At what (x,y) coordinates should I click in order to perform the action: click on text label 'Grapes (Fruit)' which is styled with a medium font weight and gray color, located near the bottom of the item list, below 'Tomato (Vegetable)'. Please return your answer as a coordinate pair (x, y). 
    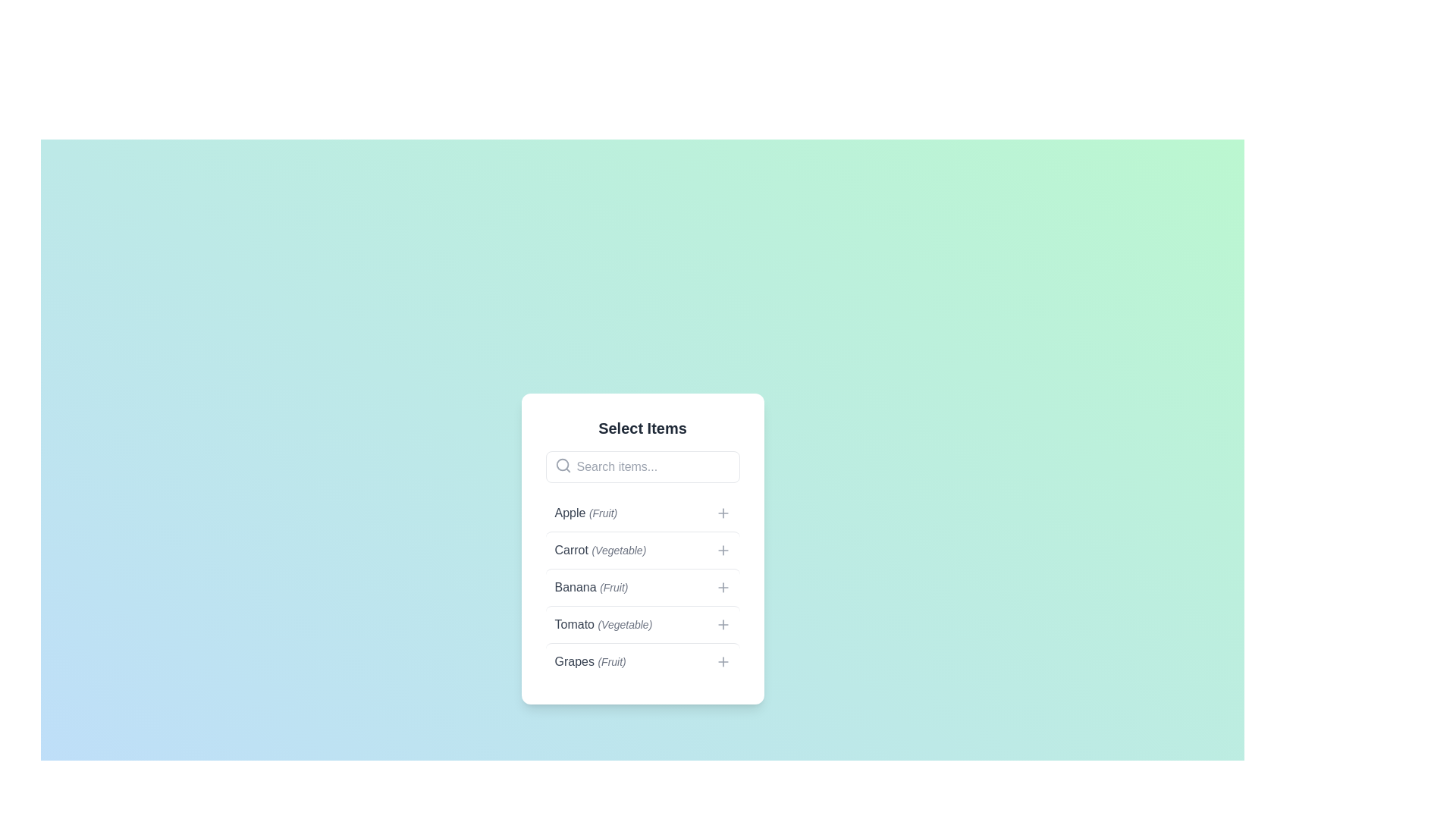
    Looking at the image, I should click on (589, 661).